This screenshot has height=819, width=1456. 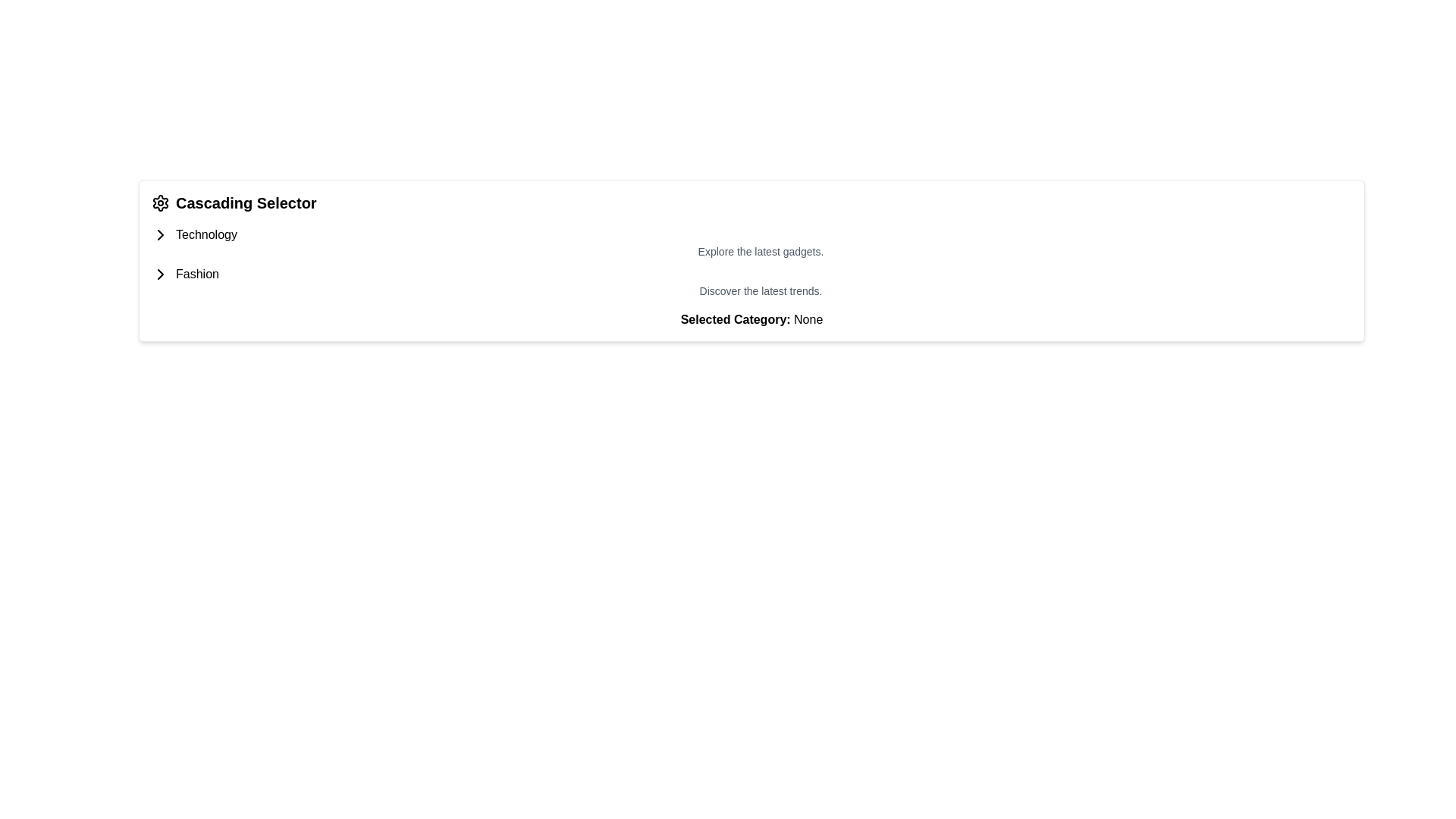 I want to click on the first Chevron icon (SVG) located to the left of the 'Technology' text to perform navigation using accessibility tools, so click(x=160, y=234).